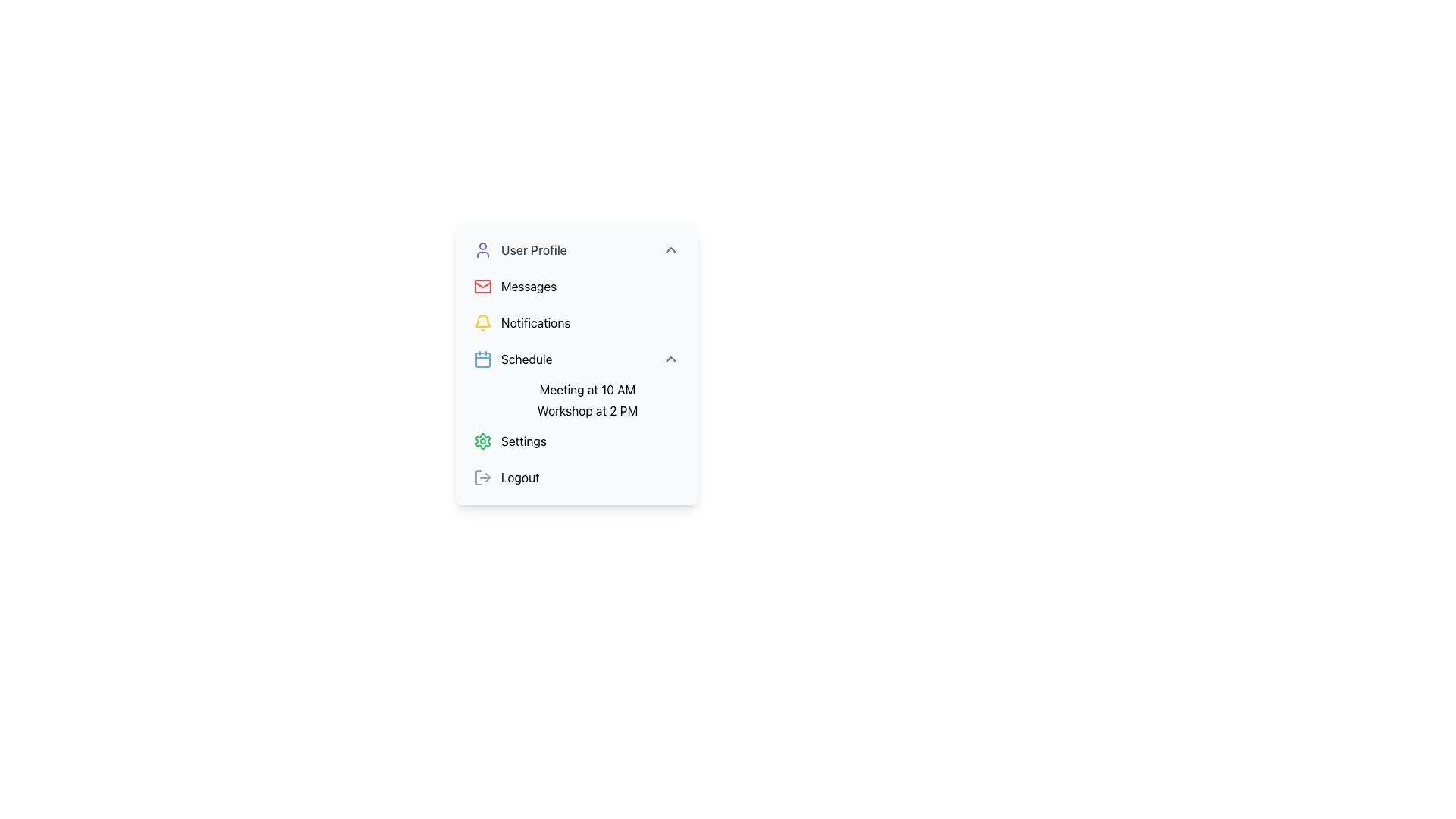 The width and height of the screenshot is (1456, 819). What do you see at coordinates (526, 359) in the screenshot?
I see `text label 'Schedule' which is the fourth item in the vertical menu layout, positioned next to a blue calendar icon` at bounding box center [526, 359].